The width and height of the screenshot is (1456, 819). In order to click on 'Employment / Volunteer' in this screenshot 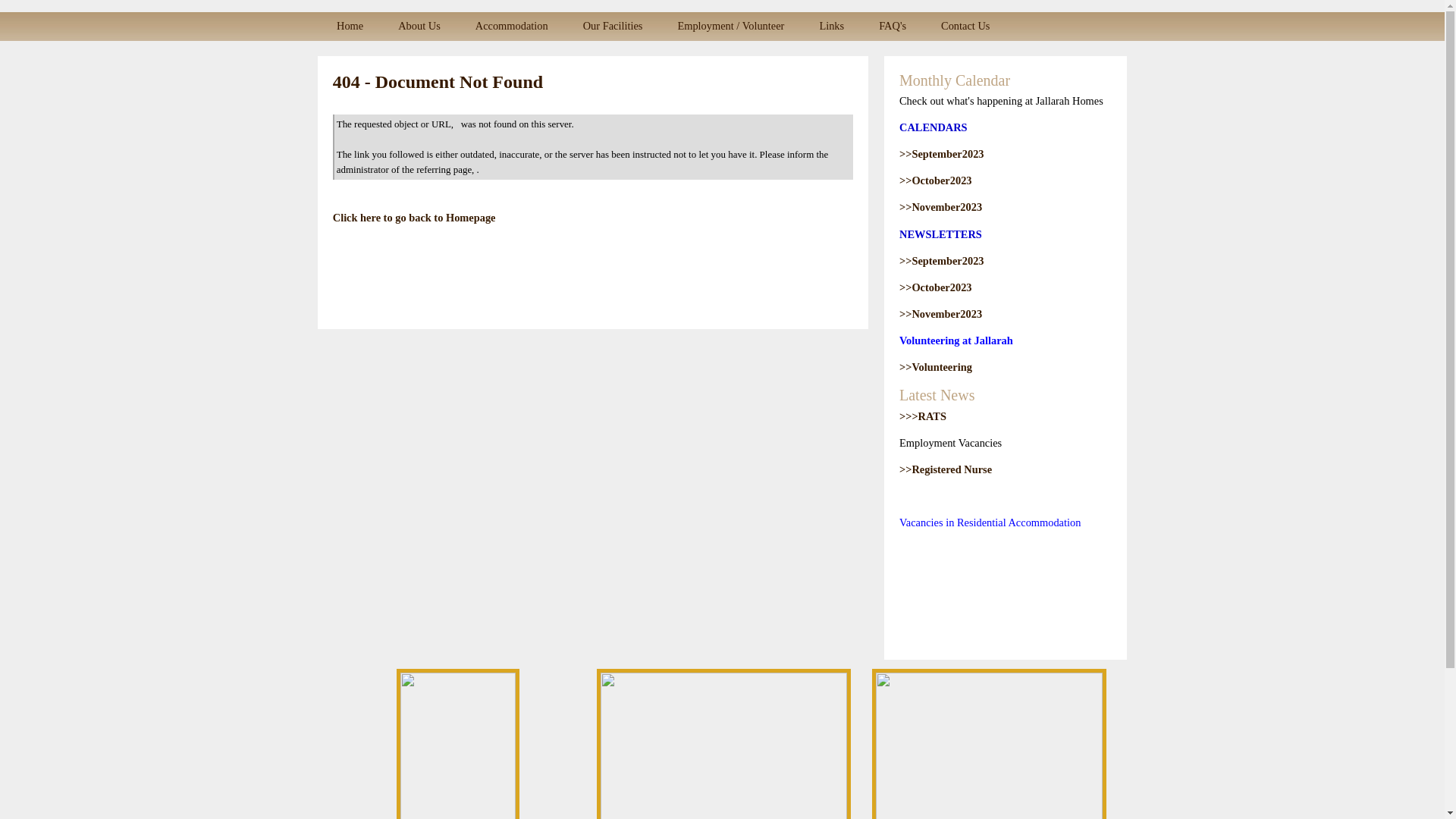, I will do `click(730, 26)`.